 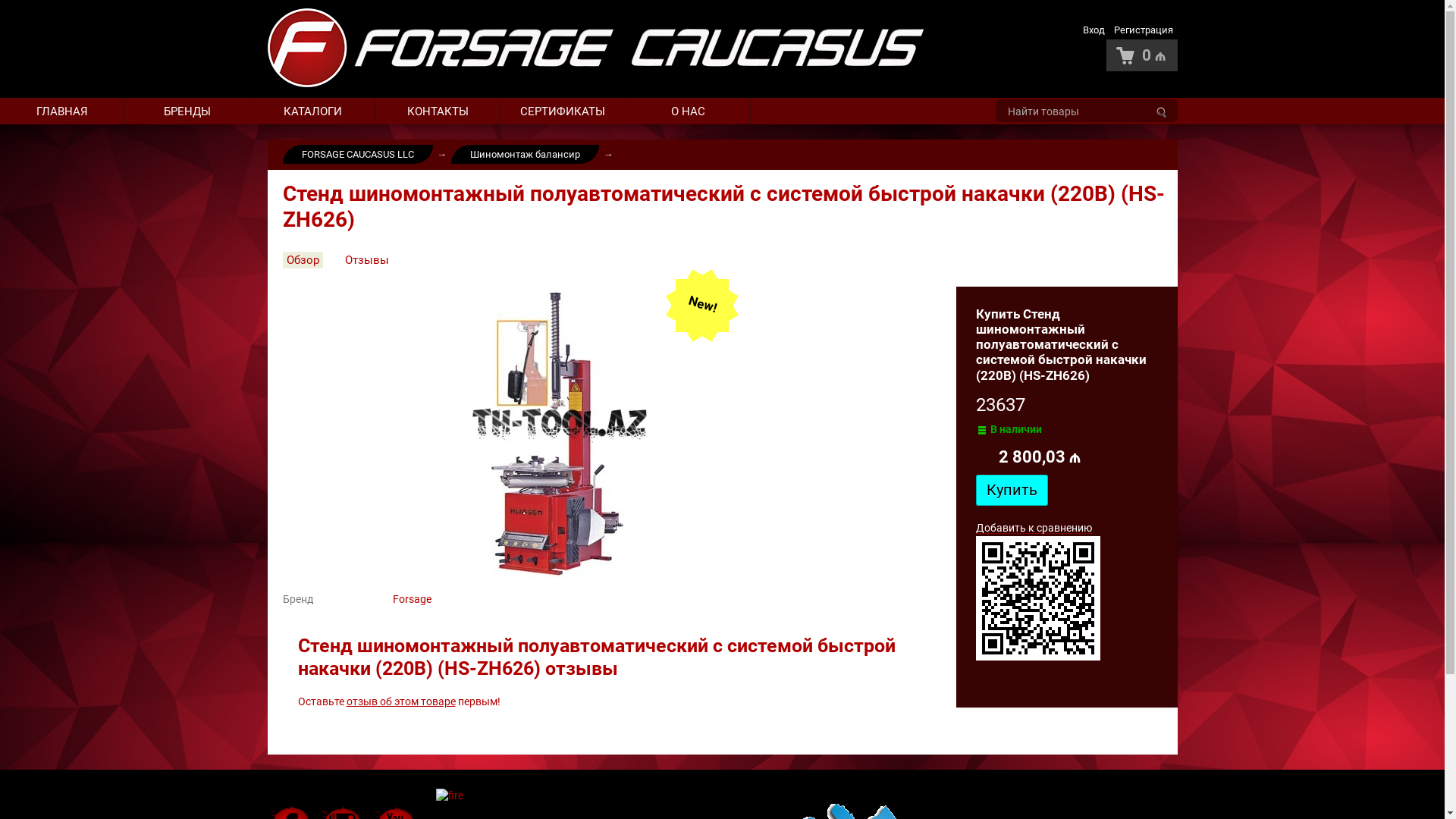 What do you see at coordinates (356, 154) in the screenshot?
I see `'FORSAGE CAUCASUS LLC'` at bounding box center [356, 154].